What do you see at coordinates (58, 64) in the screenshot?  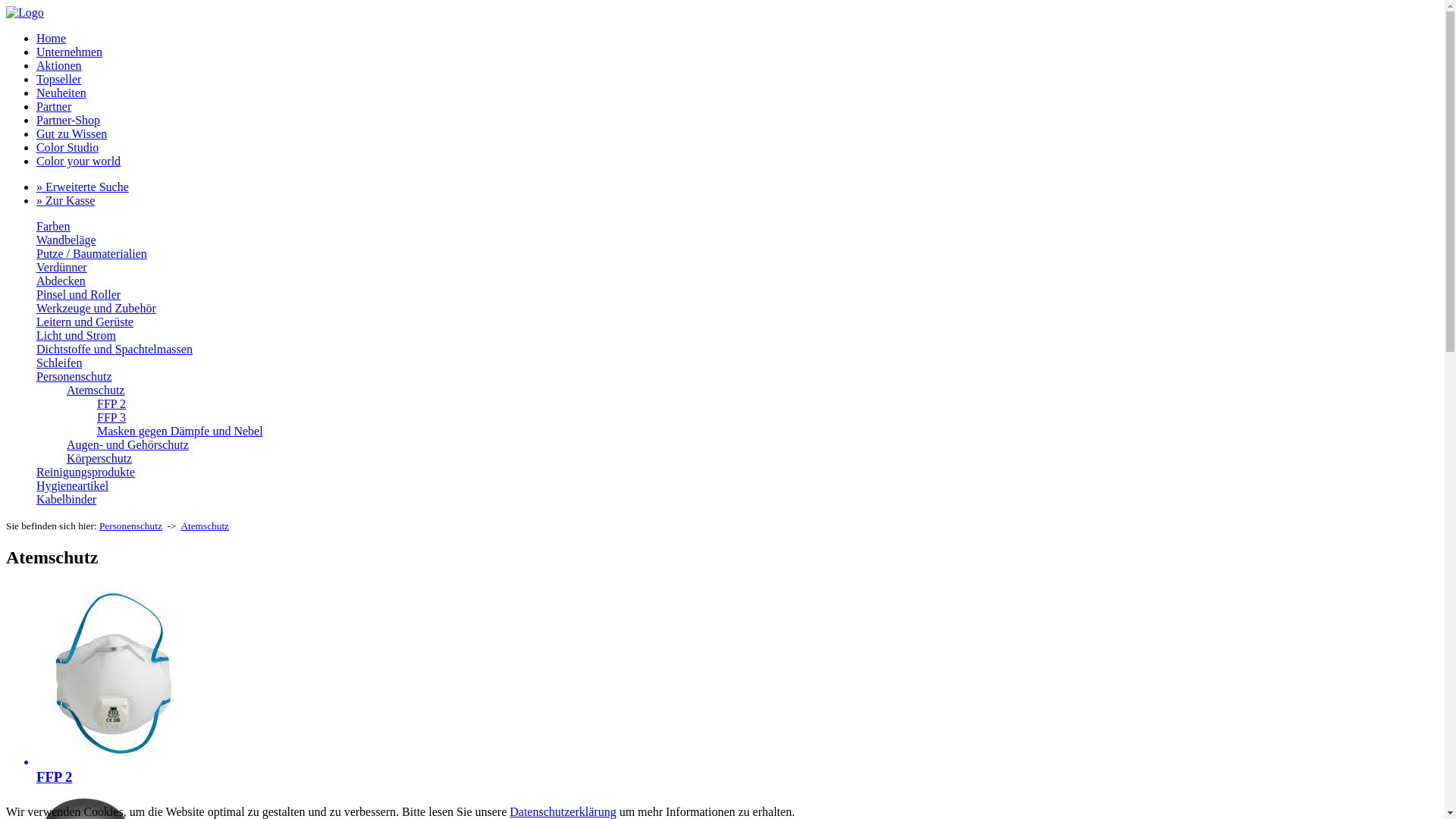 I see `'Aktionen'` at bounding box center [58, 64].